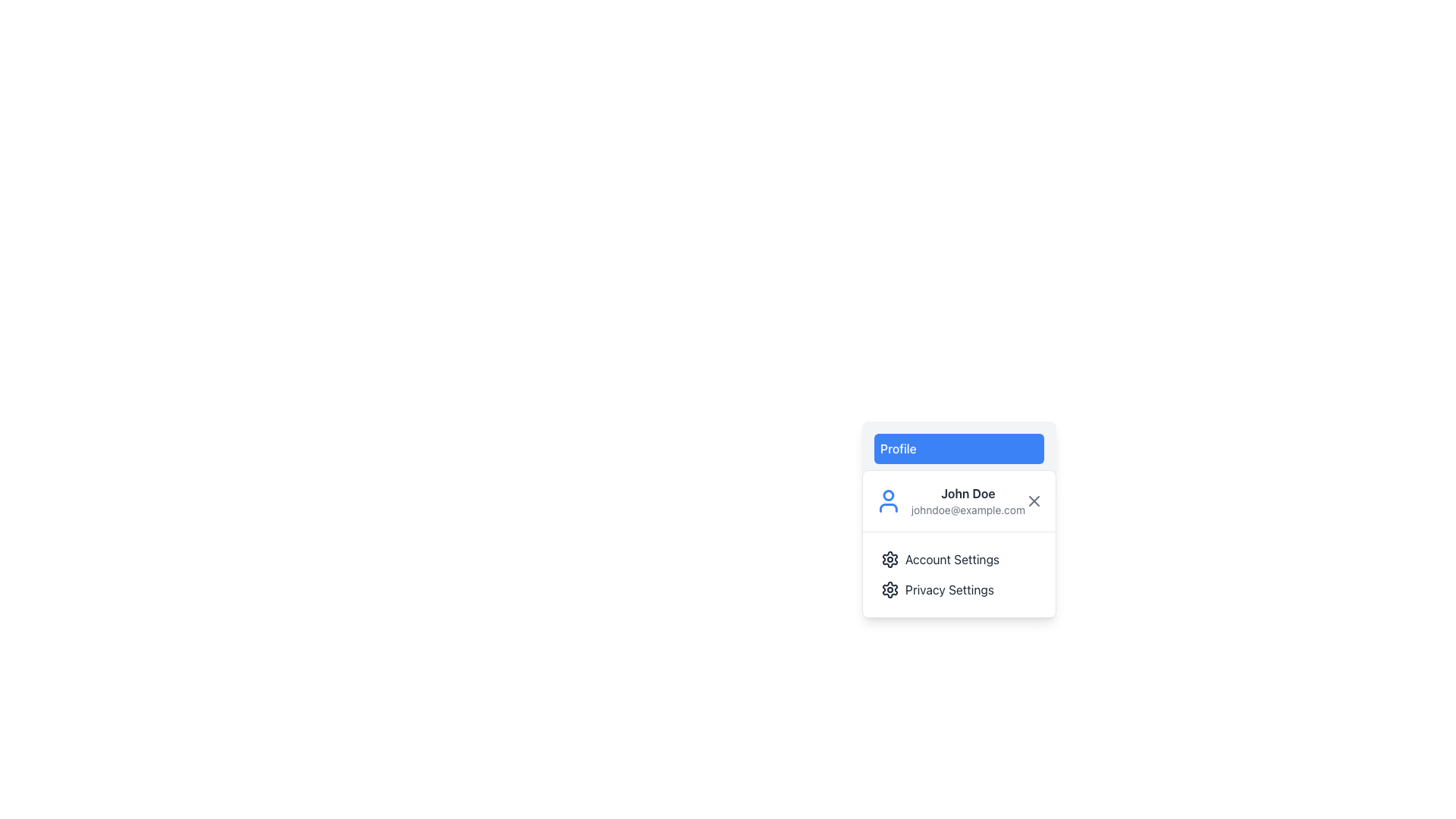  I want to click on the 'X' icon in the dropdown menu, so click(1033, 500).